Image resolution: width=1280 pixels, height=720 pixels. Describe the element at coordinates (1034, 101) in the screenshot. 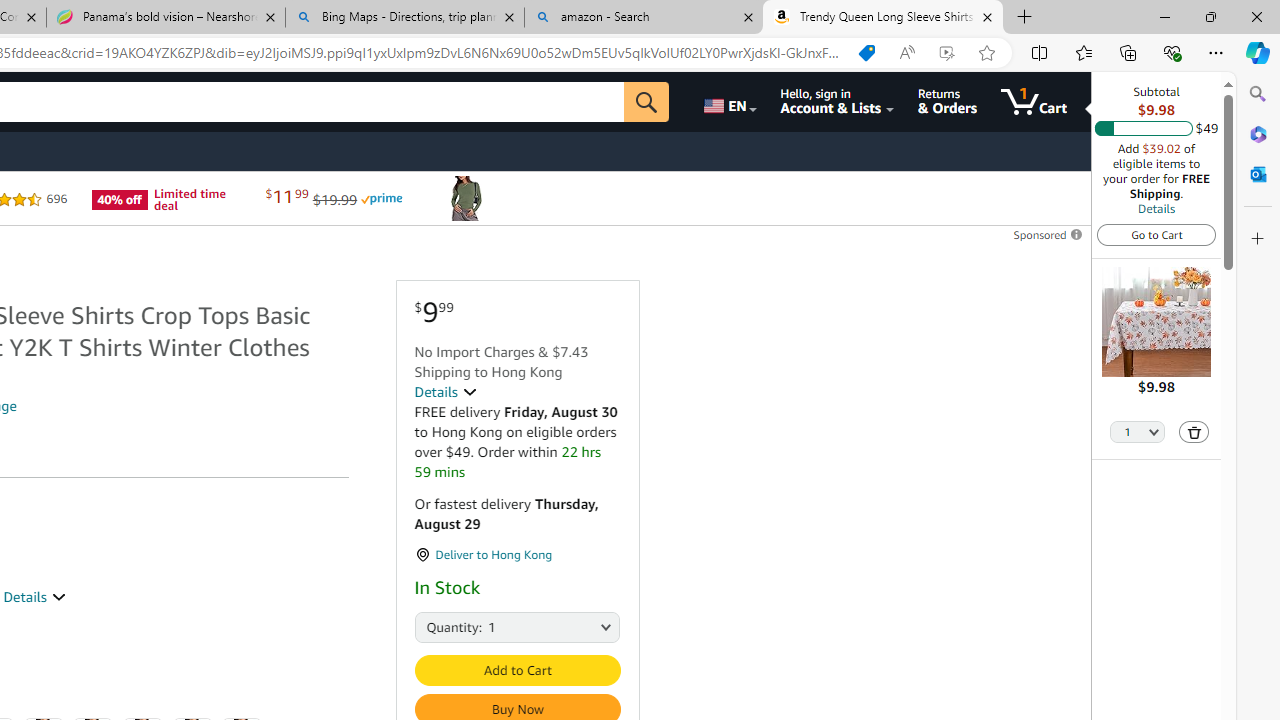

I see `'1 item in cart'` at that location.